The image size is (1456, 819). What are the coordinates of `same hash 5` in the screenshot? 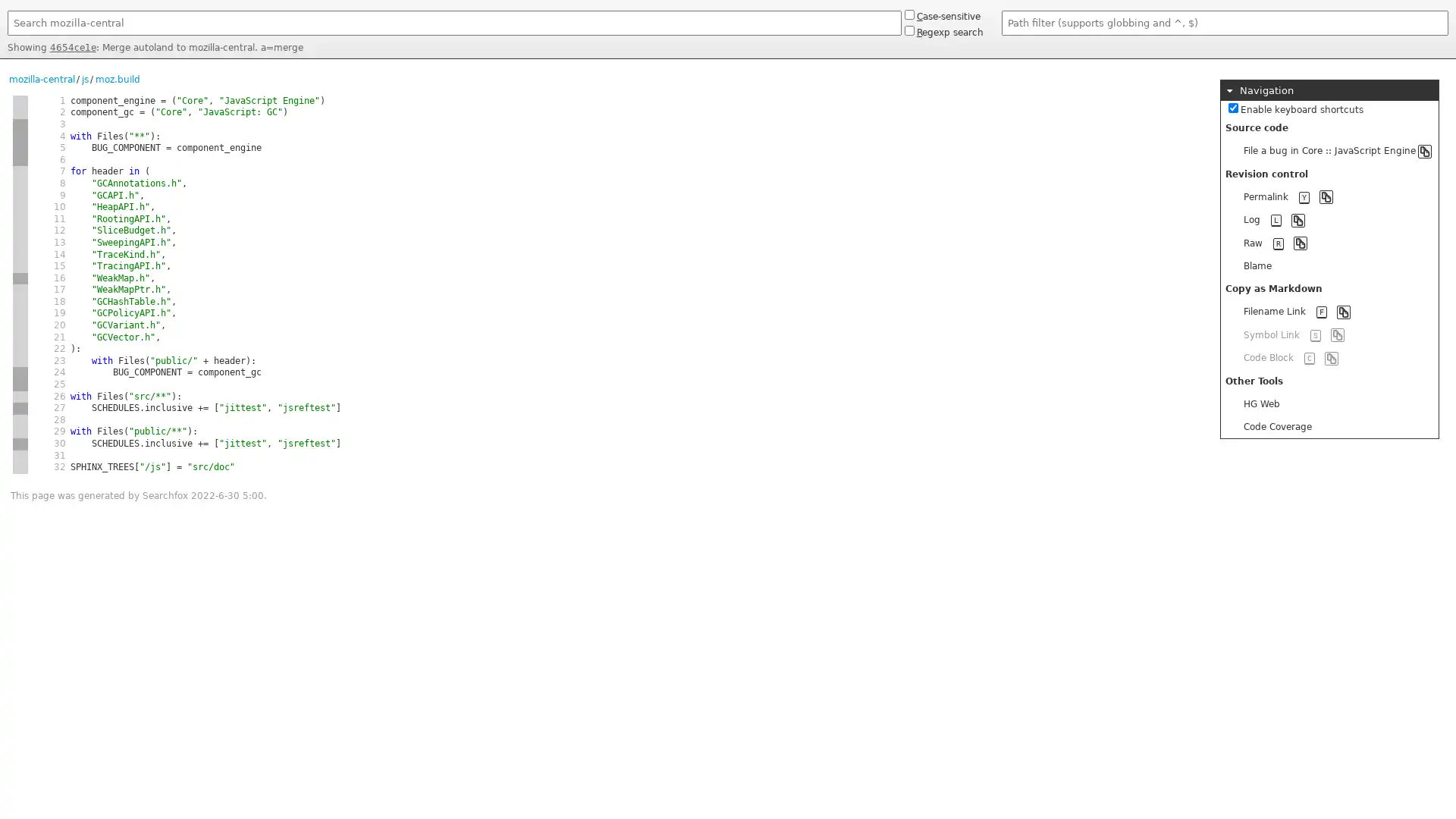 It's located at (20, 466).